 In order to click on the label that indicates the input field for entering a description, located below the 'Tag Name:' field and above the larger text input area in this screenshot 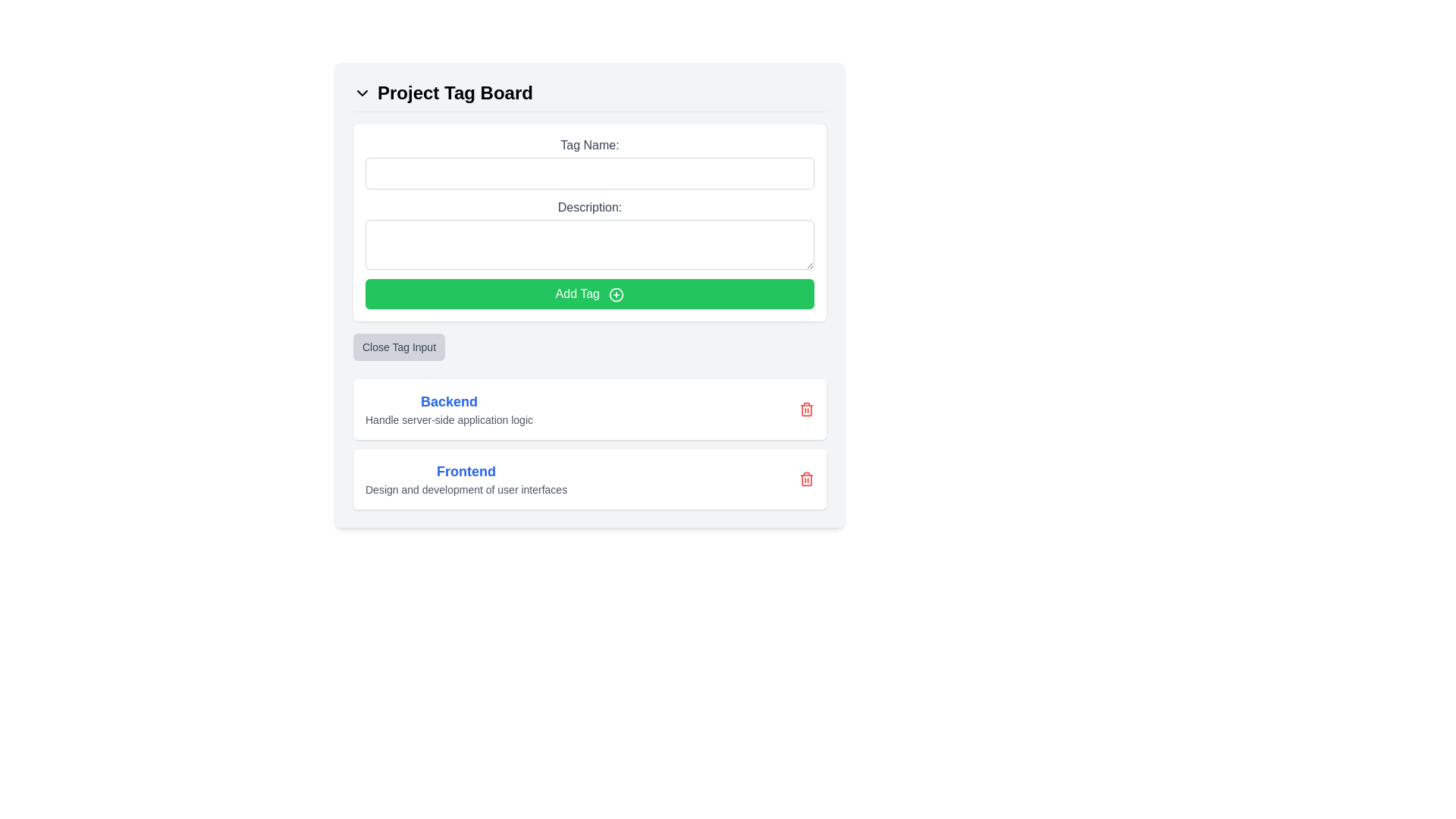, I will do `click(588, 207)`.